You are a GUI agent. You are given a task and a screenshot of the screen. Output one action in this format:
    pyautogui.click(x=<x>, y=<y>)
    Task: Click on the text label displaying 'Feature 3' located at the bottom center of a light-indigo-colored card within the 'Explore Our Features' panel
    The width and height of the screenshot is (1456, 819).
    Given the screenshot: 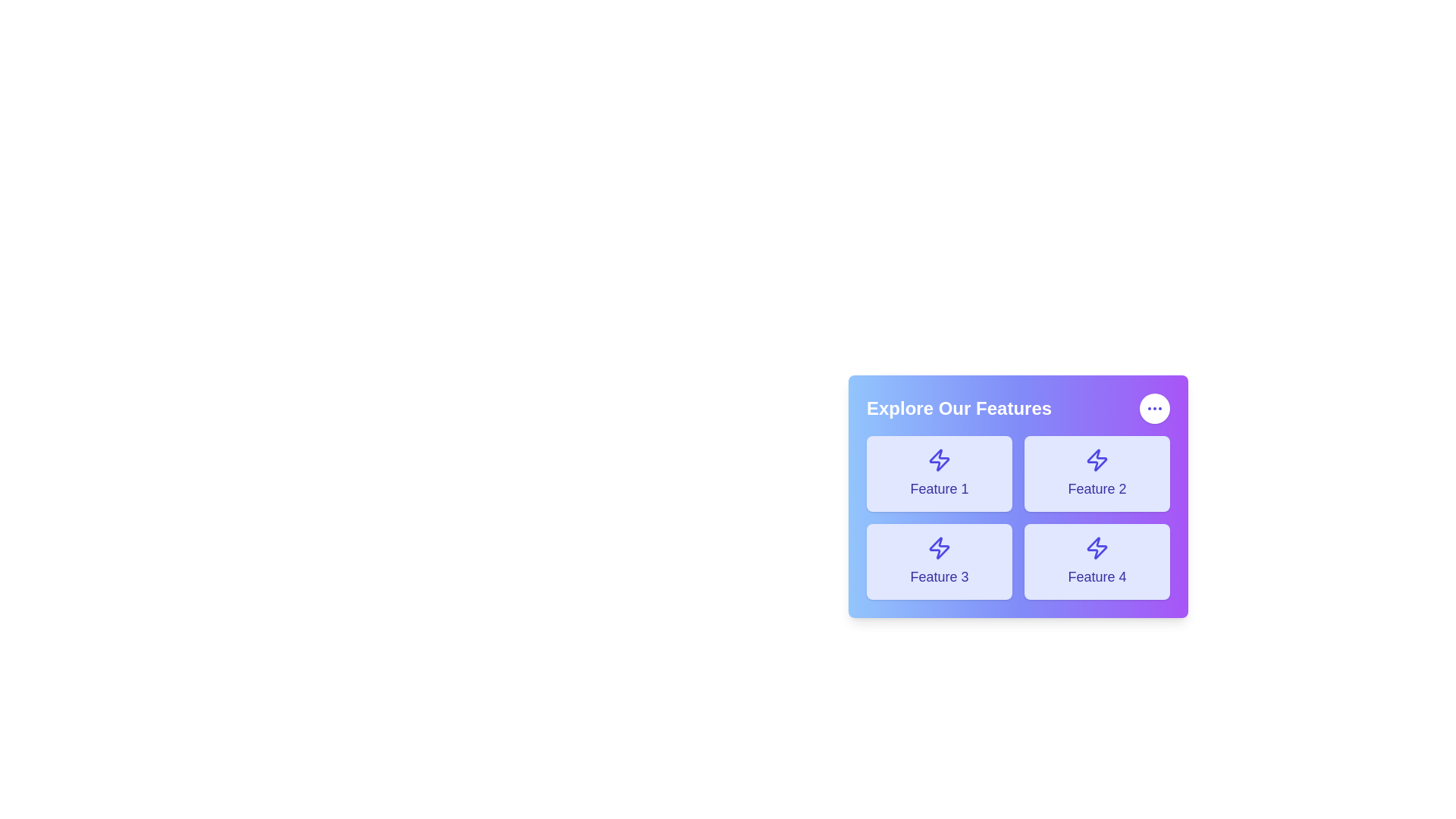 What is the action you would take?
    pyautogui.click(x=938, y=576)
    